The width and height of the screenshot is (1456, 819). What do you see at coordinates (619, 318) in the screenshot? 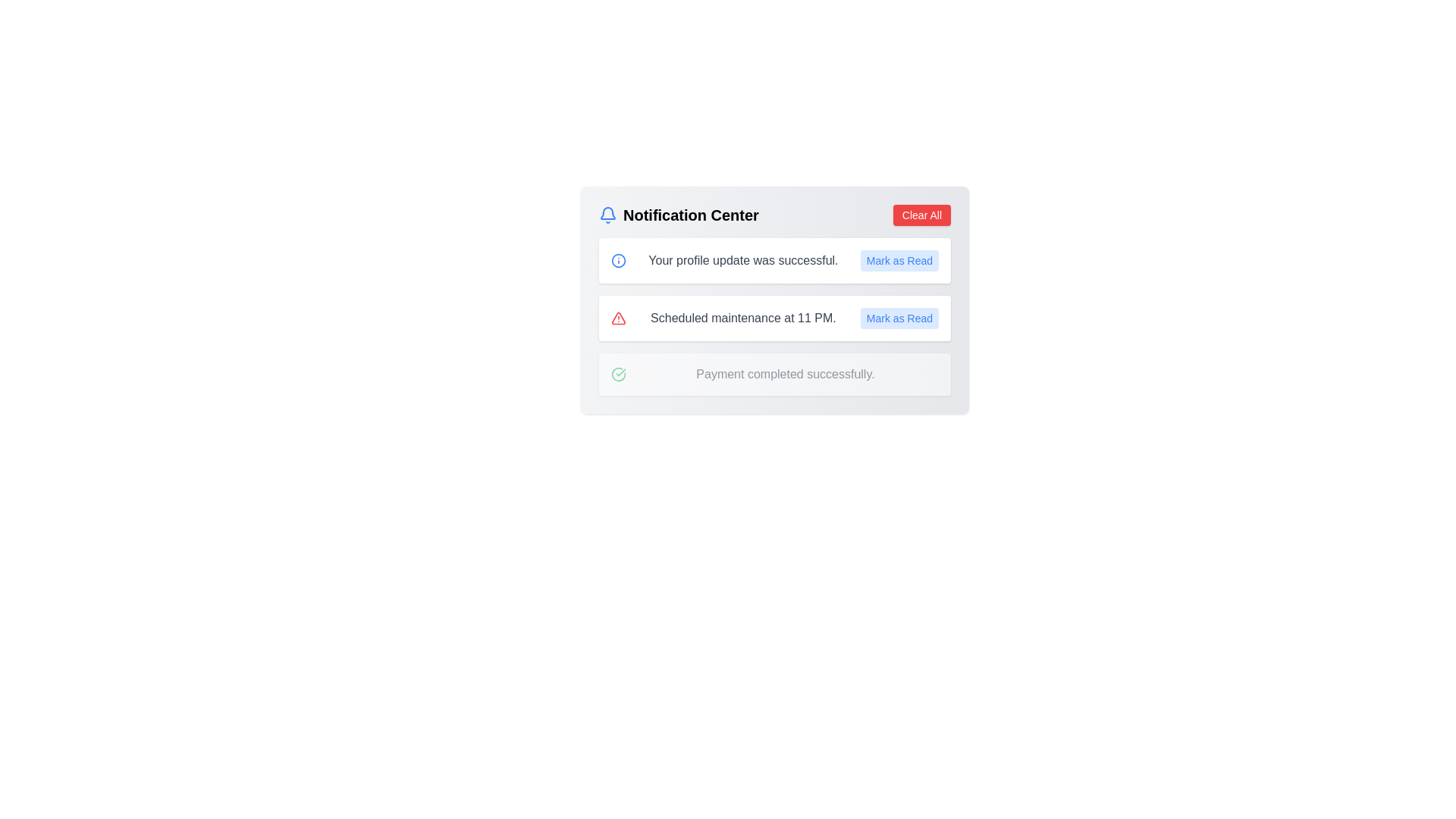
I see `the alert icon indicating scheduled maintenance, which is positioned to the left of the text 'Scheduled maintenance at 11 PM.' and above the blue 'Mark as Read' button in the second notification card of the Notification Center` at bounding box center [619, 318].